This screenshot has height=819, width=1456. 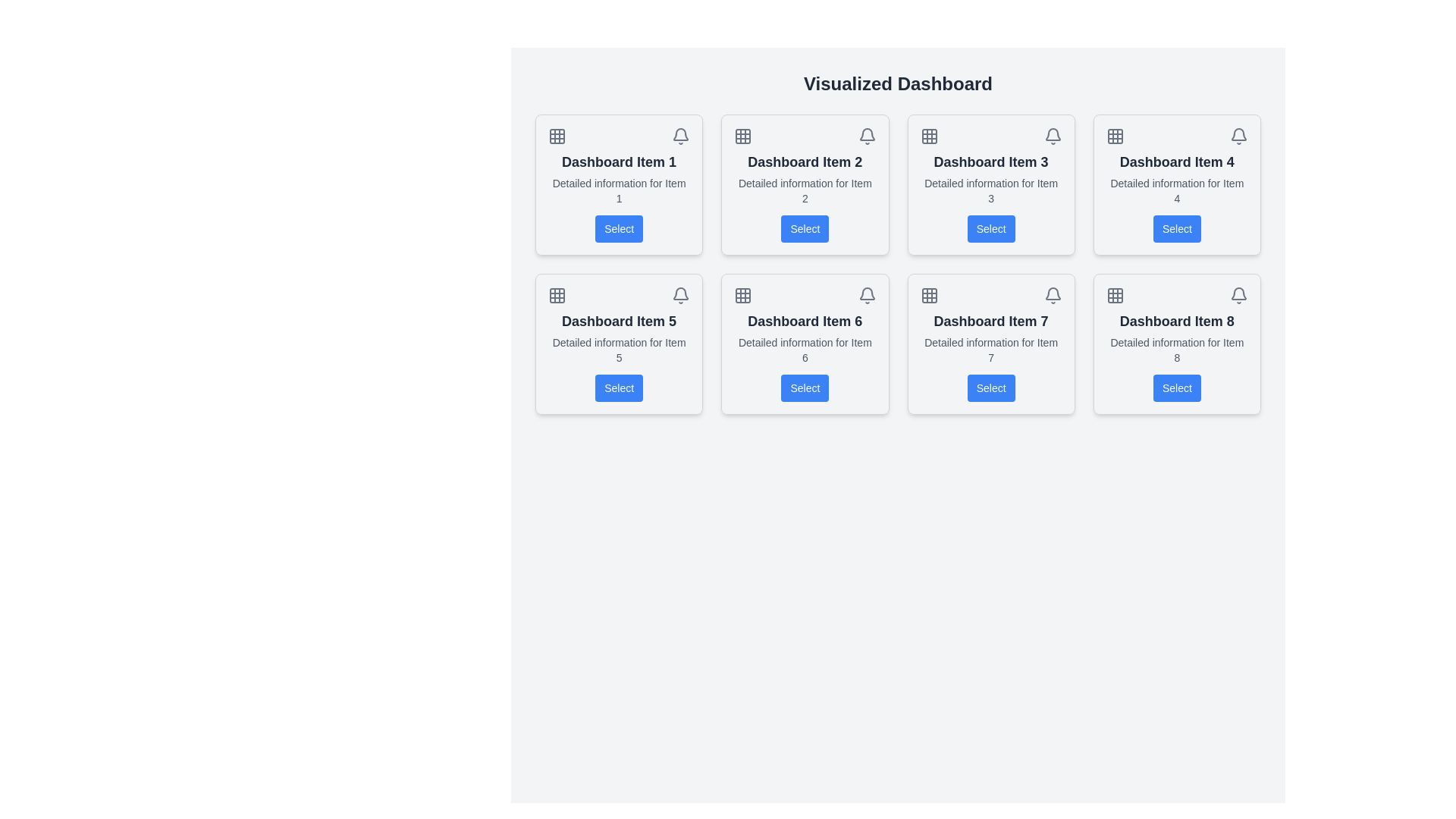 I want to click on the grid-like icon with a 3x3 arrangement of squares, styled in gray and located within 'Dashboard Item 7', so click(x=928, y=295).